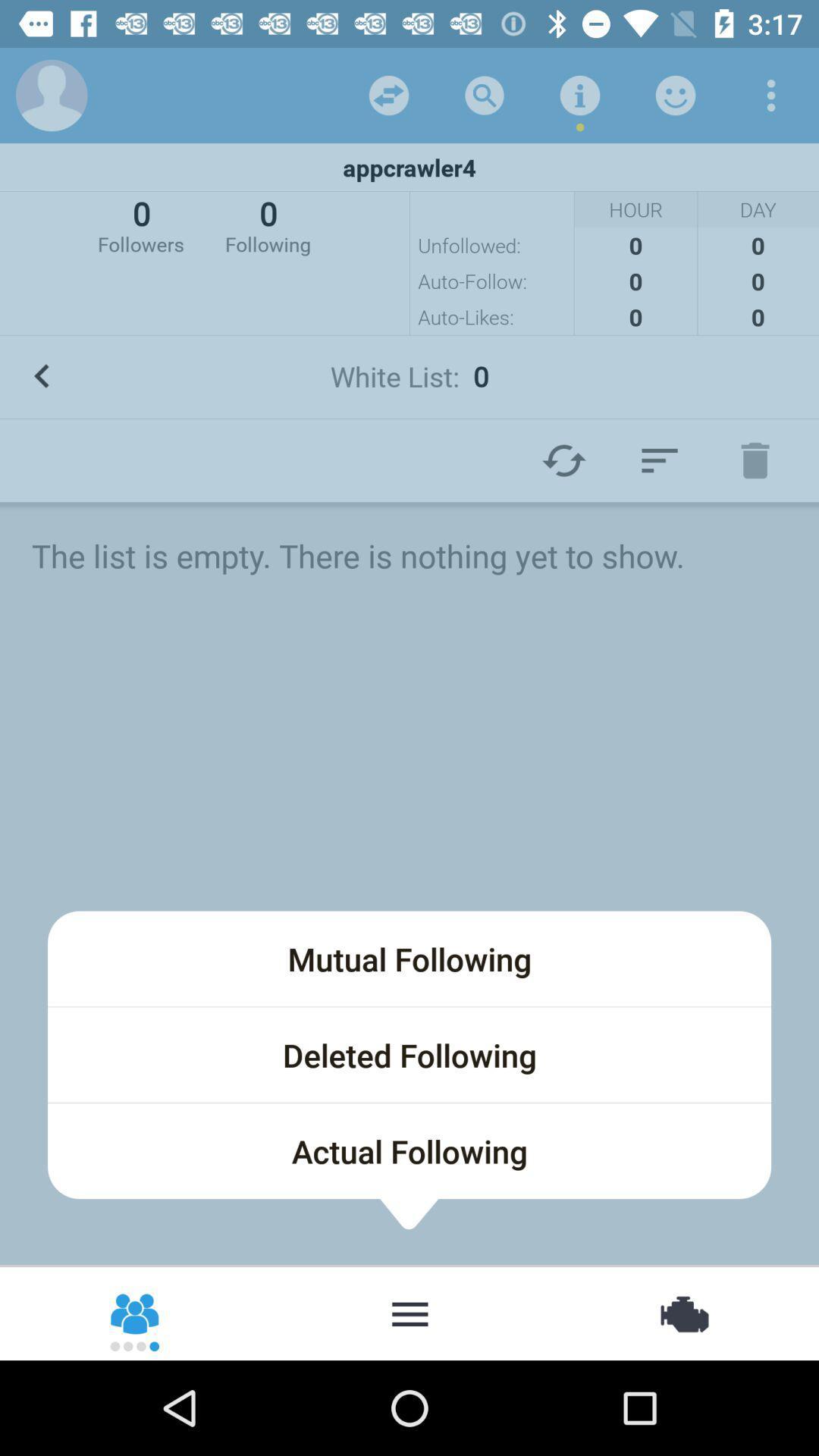  What do you see at coordinates (485, 94) in the screenshot?
I see `search` at bounding box center [485, 94].